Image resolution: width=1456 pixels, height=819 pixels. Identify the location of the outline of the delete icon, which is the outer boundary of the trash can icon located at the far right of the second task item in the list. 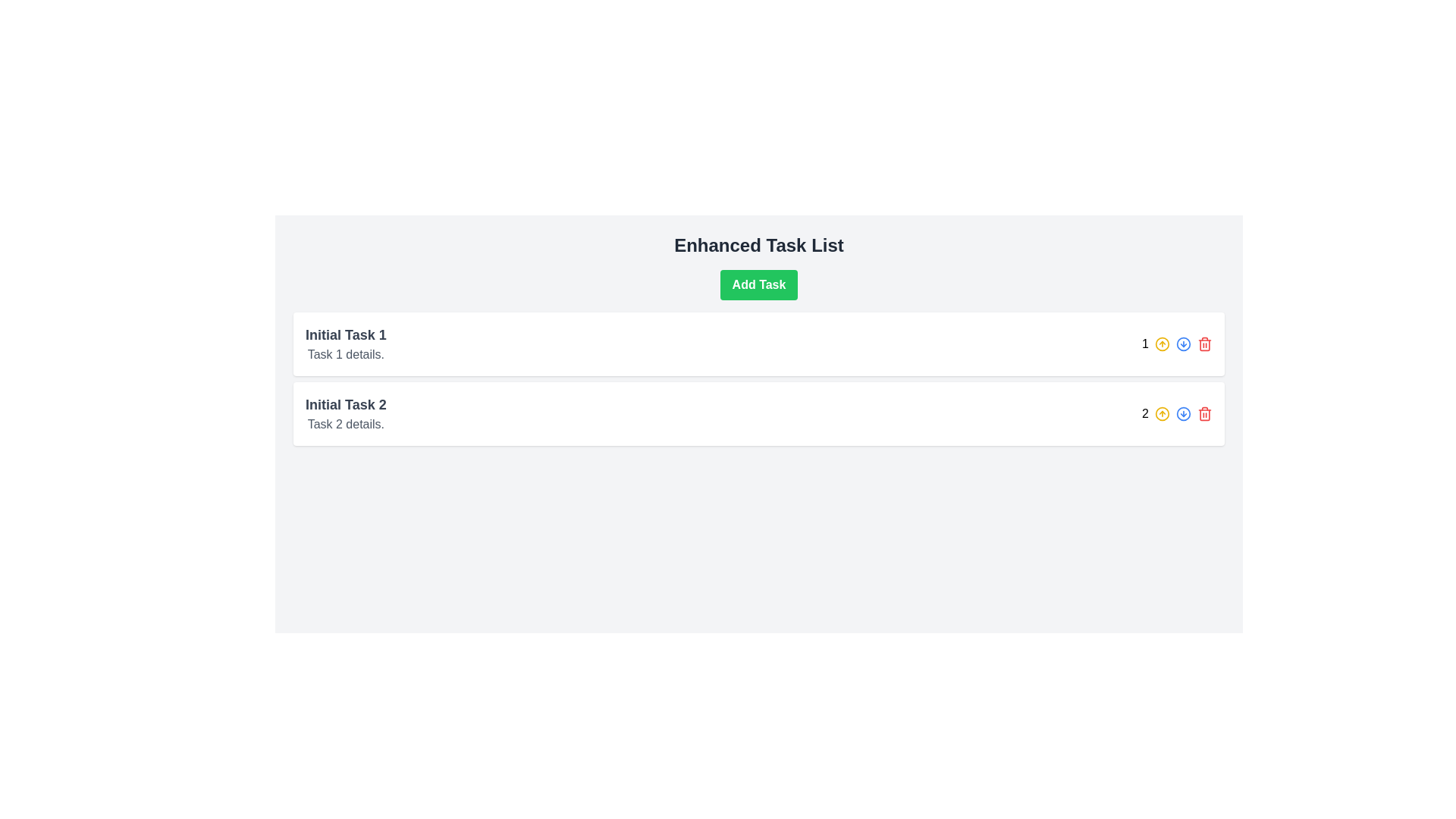
(1203, 415).